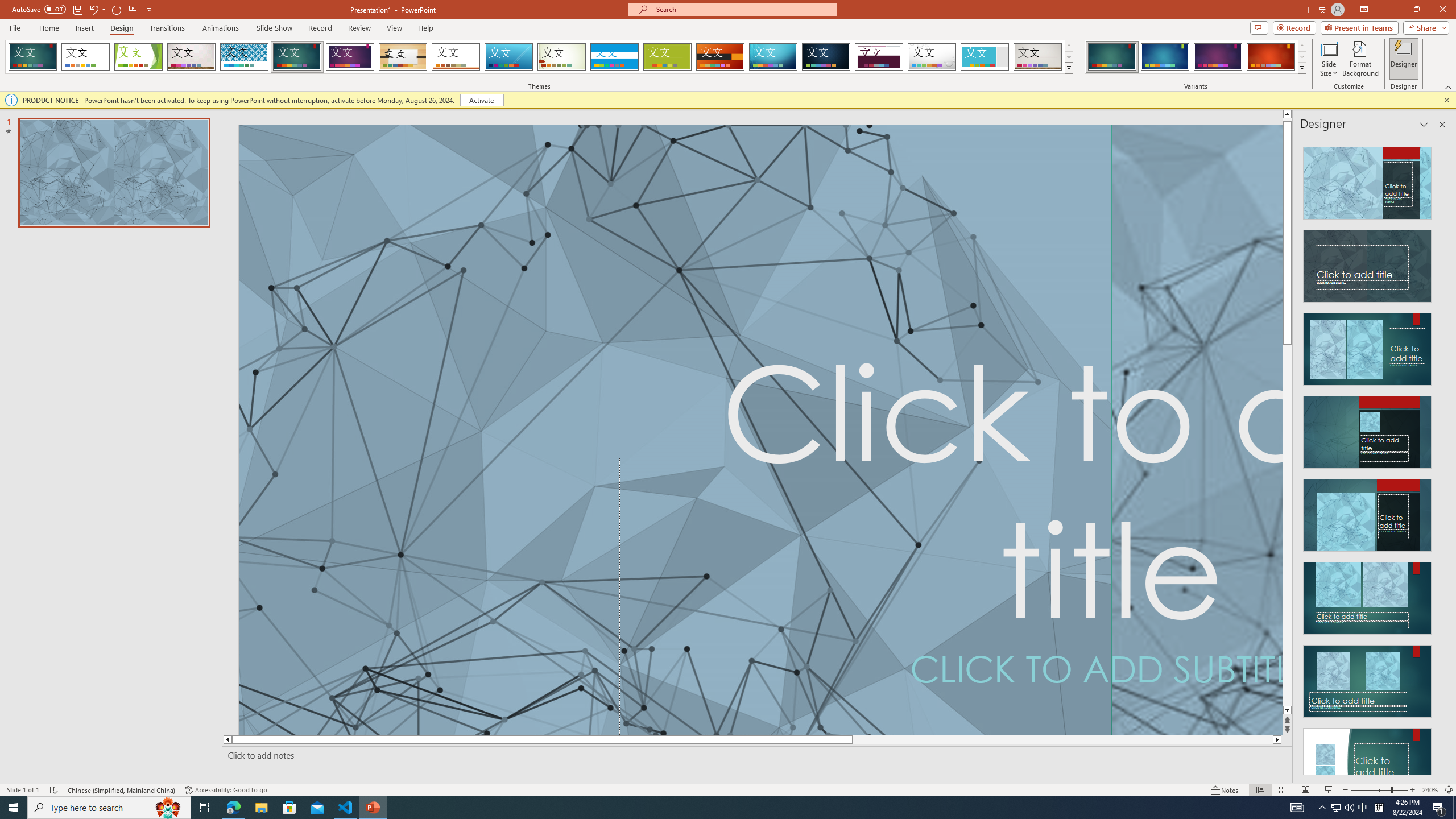 The image size is (1456, 819). What do you see at coordinates (1270, 56) in the screenshot?
I see `'Ion Variant 4'` at bounding box center [1270, 56].